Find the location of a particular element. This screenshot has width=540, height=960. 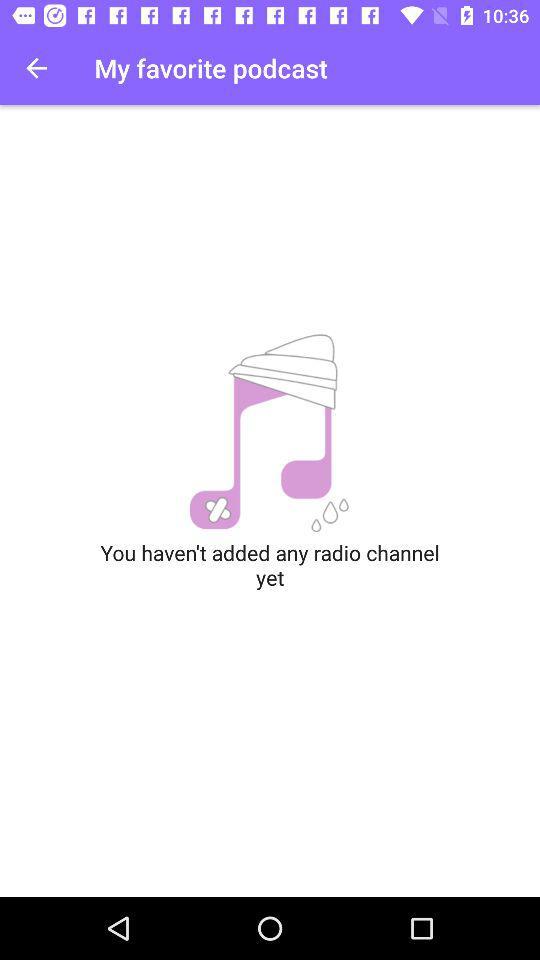

item to the left of the my favorite podcast is located at coordinates (36, 68).